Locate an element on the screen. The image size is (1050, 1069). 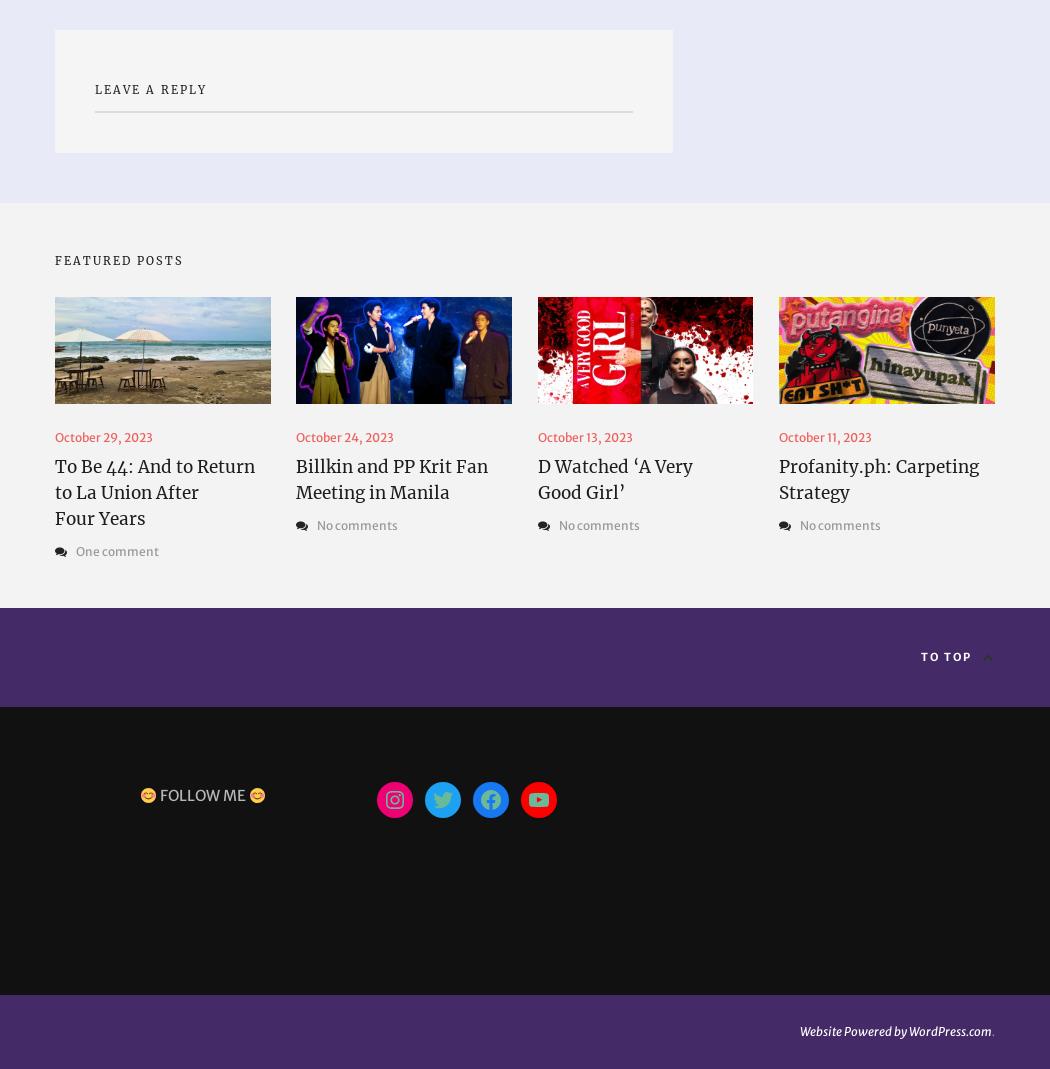
'To Be 44: And to Return to La Union After Four Years' is located at coordinates (154, 492).